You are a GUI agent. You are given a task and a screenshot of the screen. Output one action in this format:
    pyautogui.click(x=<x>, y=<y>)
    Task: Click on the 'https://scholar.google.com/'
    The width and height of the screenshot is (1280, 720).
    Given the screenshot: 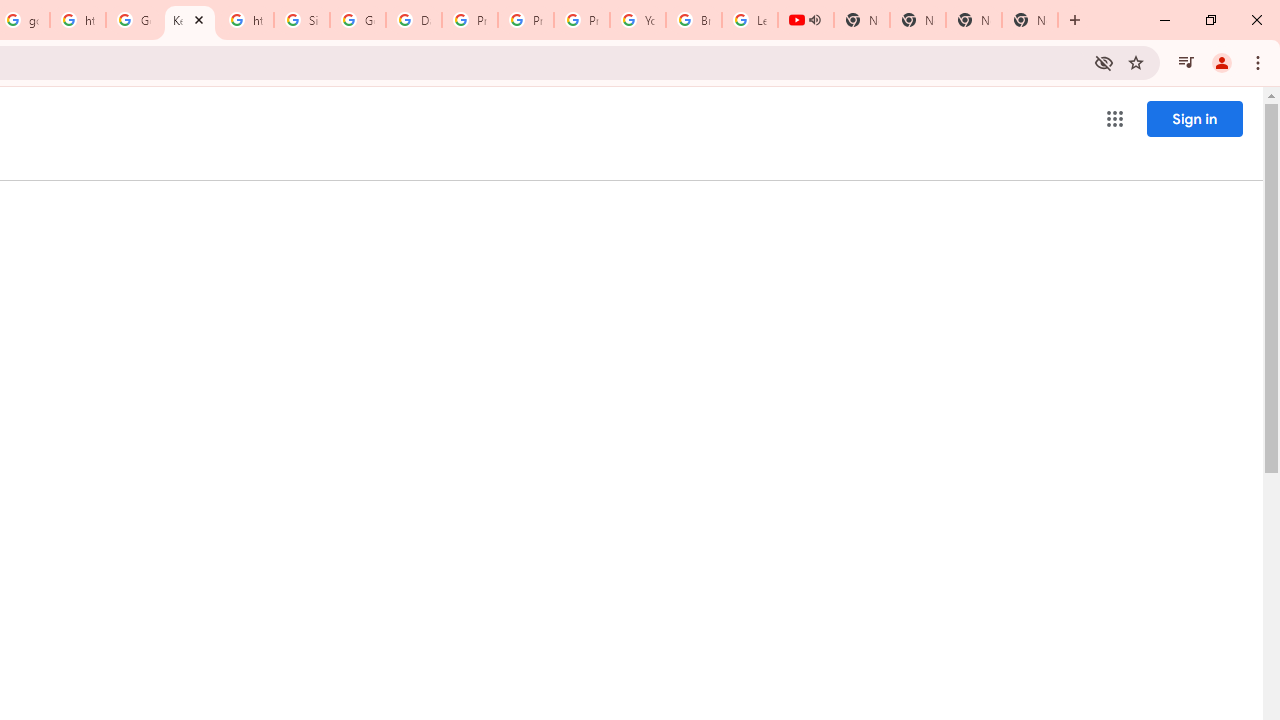 What is the action you would take?
    pyautogui.click(x=78, y=20)
    